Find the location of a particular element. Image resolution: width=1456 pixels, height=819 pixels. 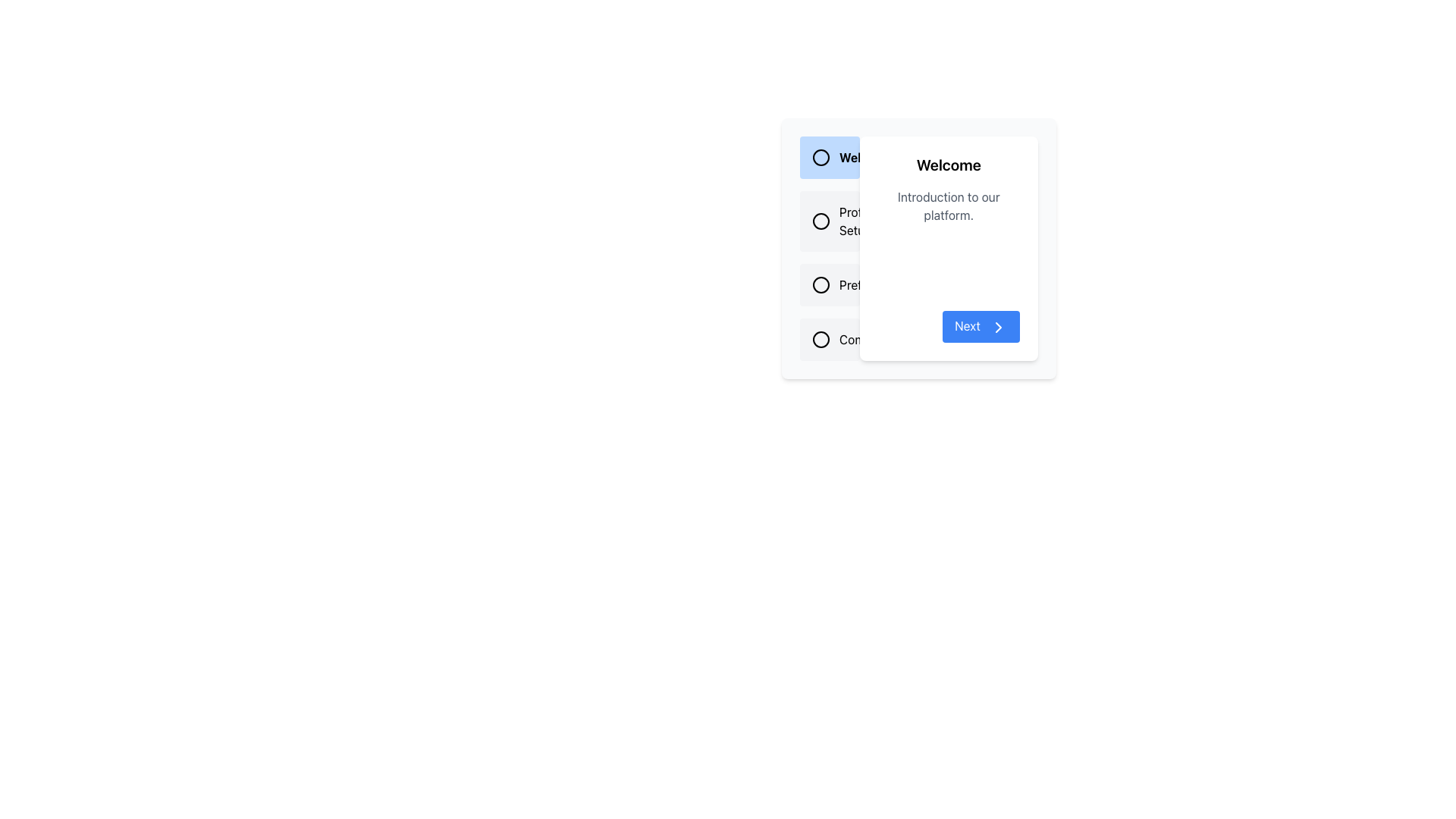

the decorative SVG Circle that is part of the 'Welcome' button, which is located at the top of a vertical list of options on the left side of the interface is located at coordinates (821, 158).